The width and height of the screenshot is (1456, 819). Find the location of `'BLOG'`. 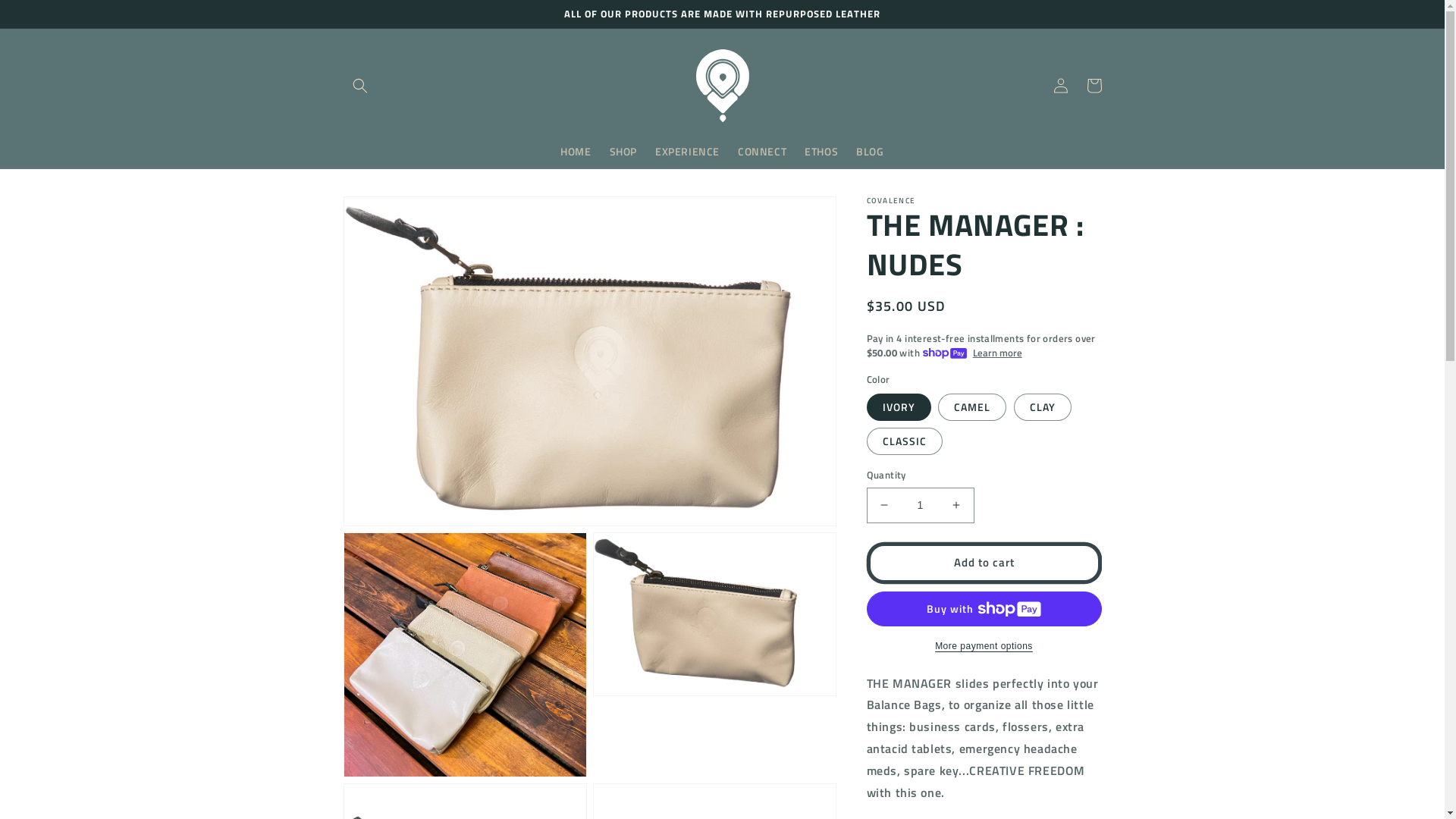

'BLOG' is located at coordinates (870, 152).